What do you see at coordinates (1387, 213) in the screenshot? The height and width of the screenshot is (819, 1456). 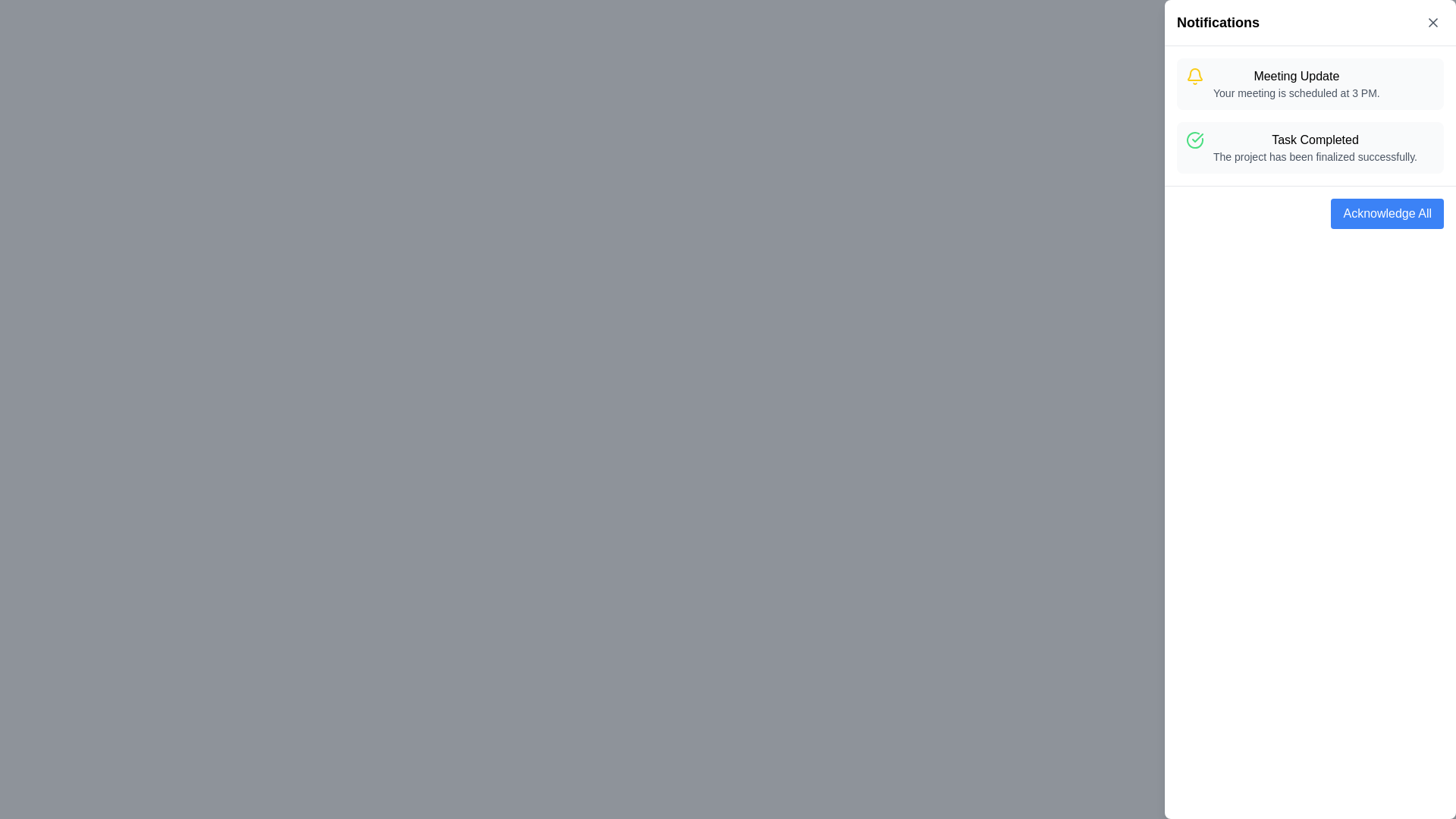 I see `keyboard navigation` at bounding box center [1387, 213].